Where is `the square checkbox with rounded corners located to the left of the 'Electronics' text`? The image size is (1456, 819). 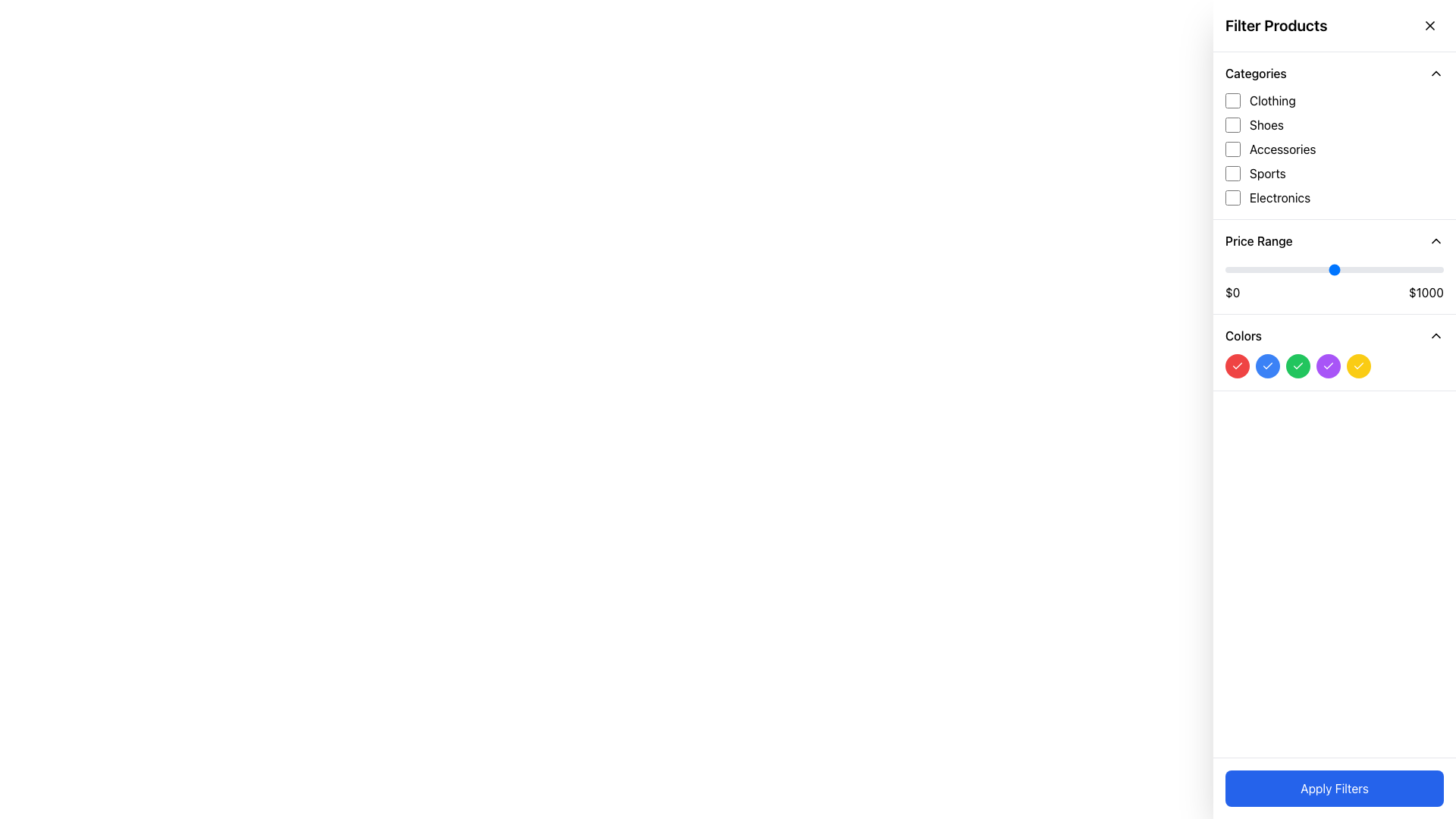
the square checkbox with rounded corners located to the left of the 'Electronics' text is located at coordinates (1233, 197).